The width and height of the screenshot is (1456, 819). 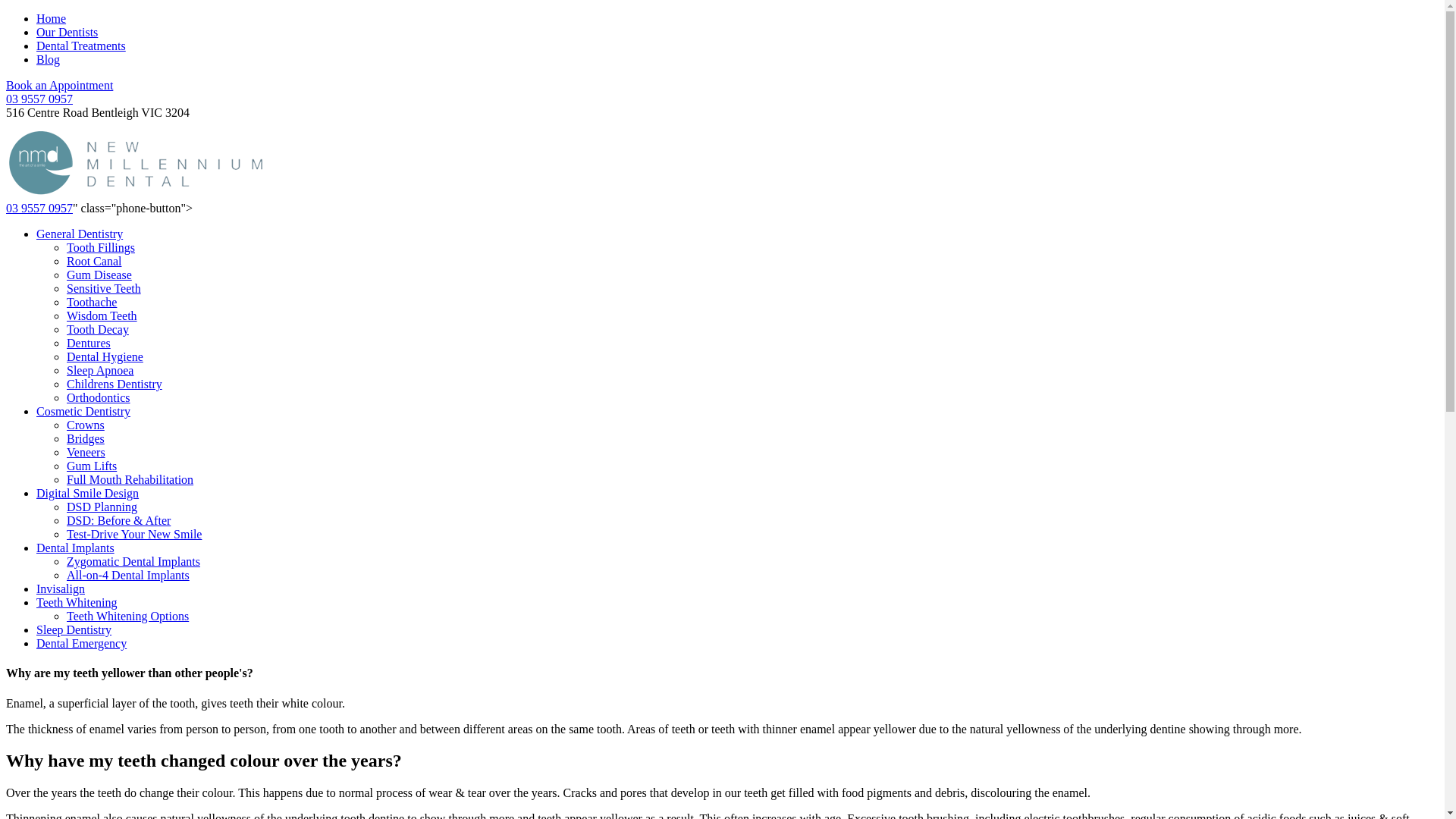 What do you see at coordinates (127, 616) in the screenshot?
I see `'Teeth Whitening Options'` at bounding box center [127, 616].